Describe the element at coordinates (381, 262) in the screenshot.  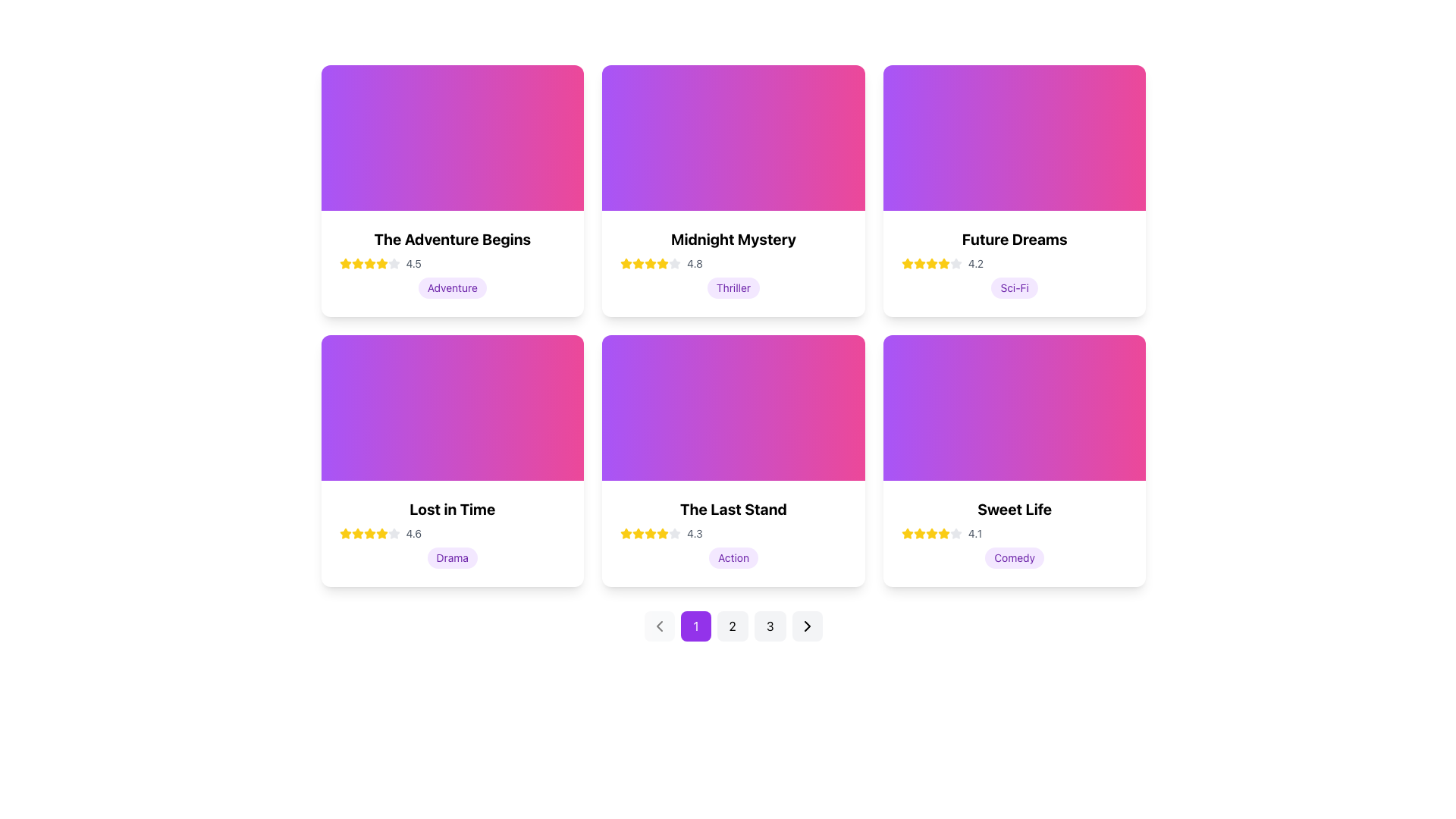
I see `the yellow star icon which is the second in a row of five star icons, located below the title 'The Adventure Begins' and to the left of the numeric rating text '4.5'` at that location.